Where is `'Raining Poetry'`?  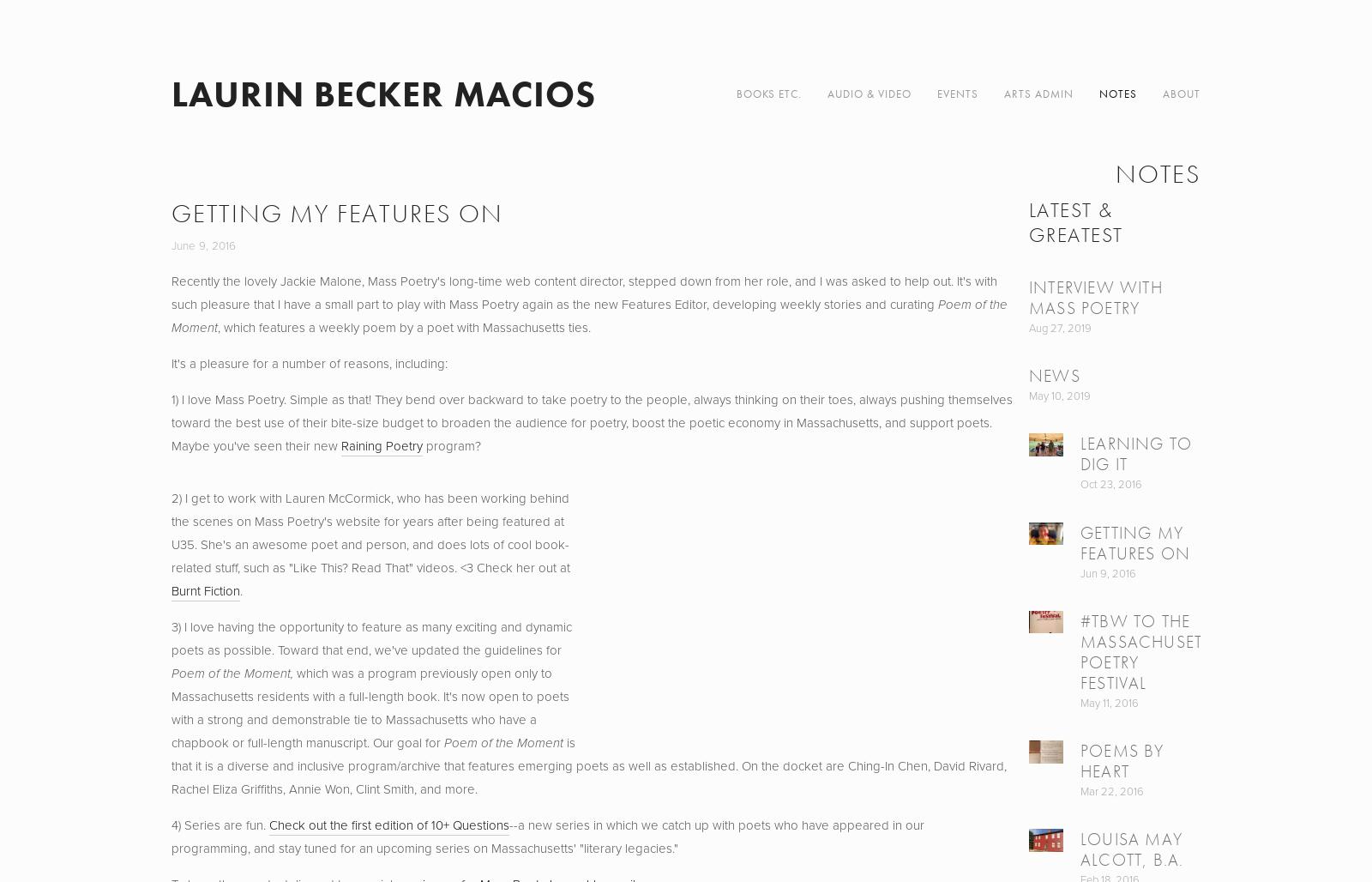
'Raining Poetry' is located at coordinates (340, 445).